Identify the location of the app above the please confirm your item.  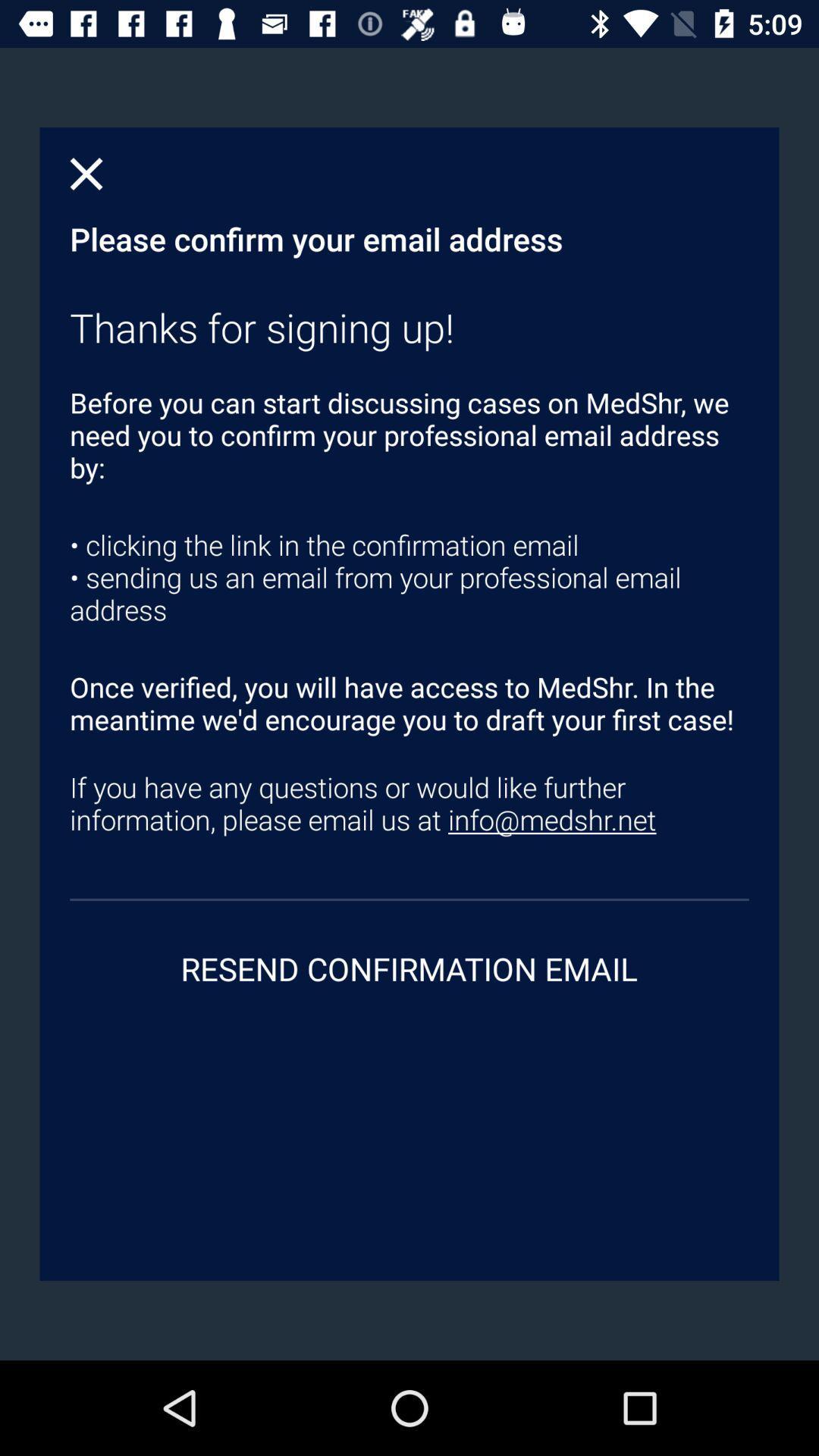
(86, 174).